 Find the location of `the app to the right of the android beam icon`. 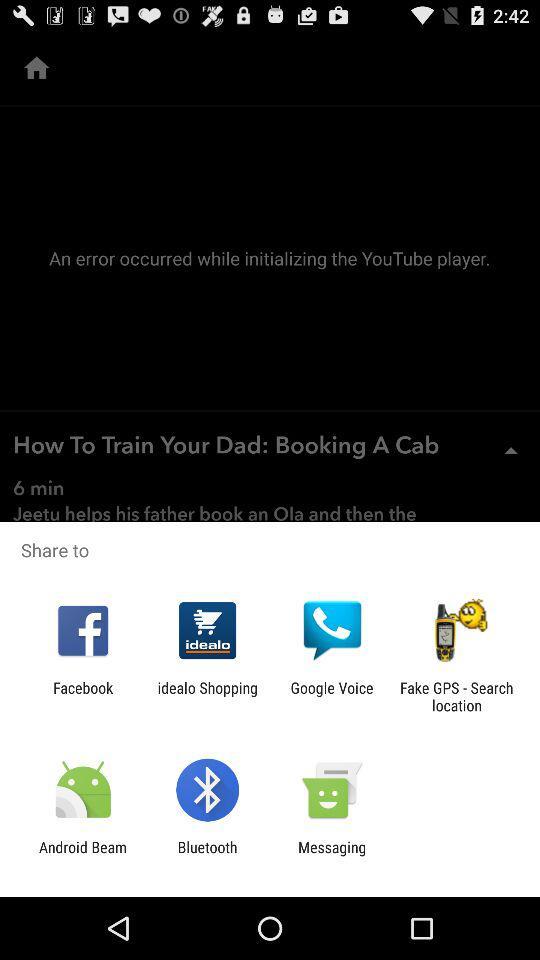

the app to the right of the android beam icon is located at coordinates (206, 855).